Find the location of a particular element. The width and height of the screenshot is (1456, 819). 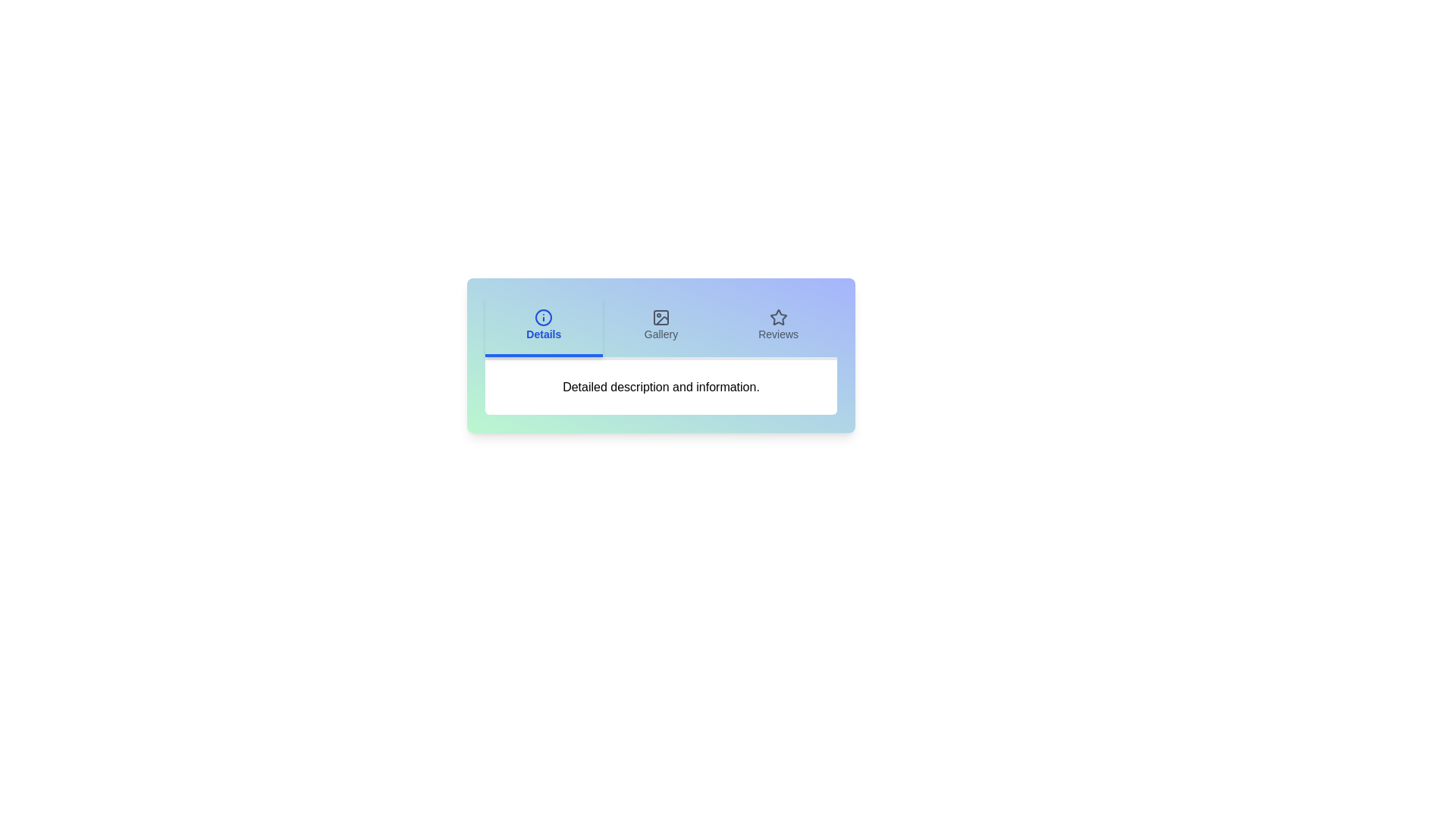

the Details tab to observe its hover effect is located at coordinates (543, 326).